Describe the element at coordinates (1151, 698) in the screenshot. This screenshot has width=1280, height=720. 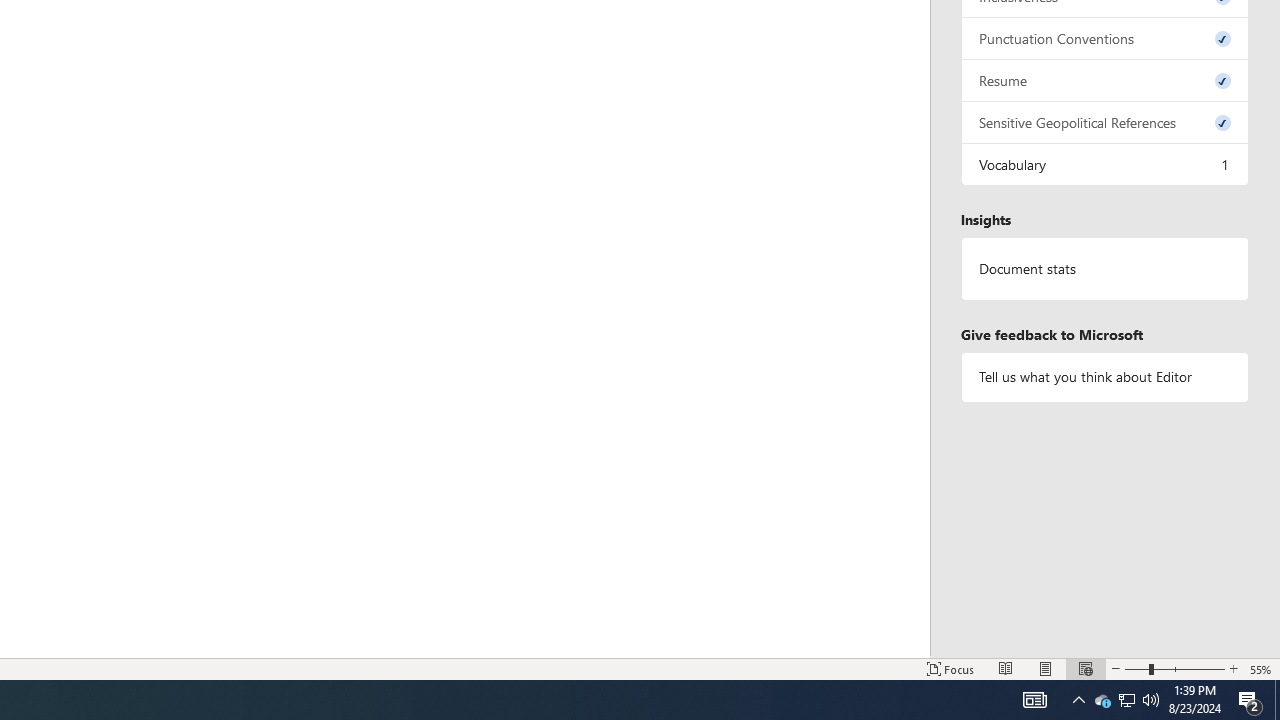
I see `'Q2790: 100%'` at that location.